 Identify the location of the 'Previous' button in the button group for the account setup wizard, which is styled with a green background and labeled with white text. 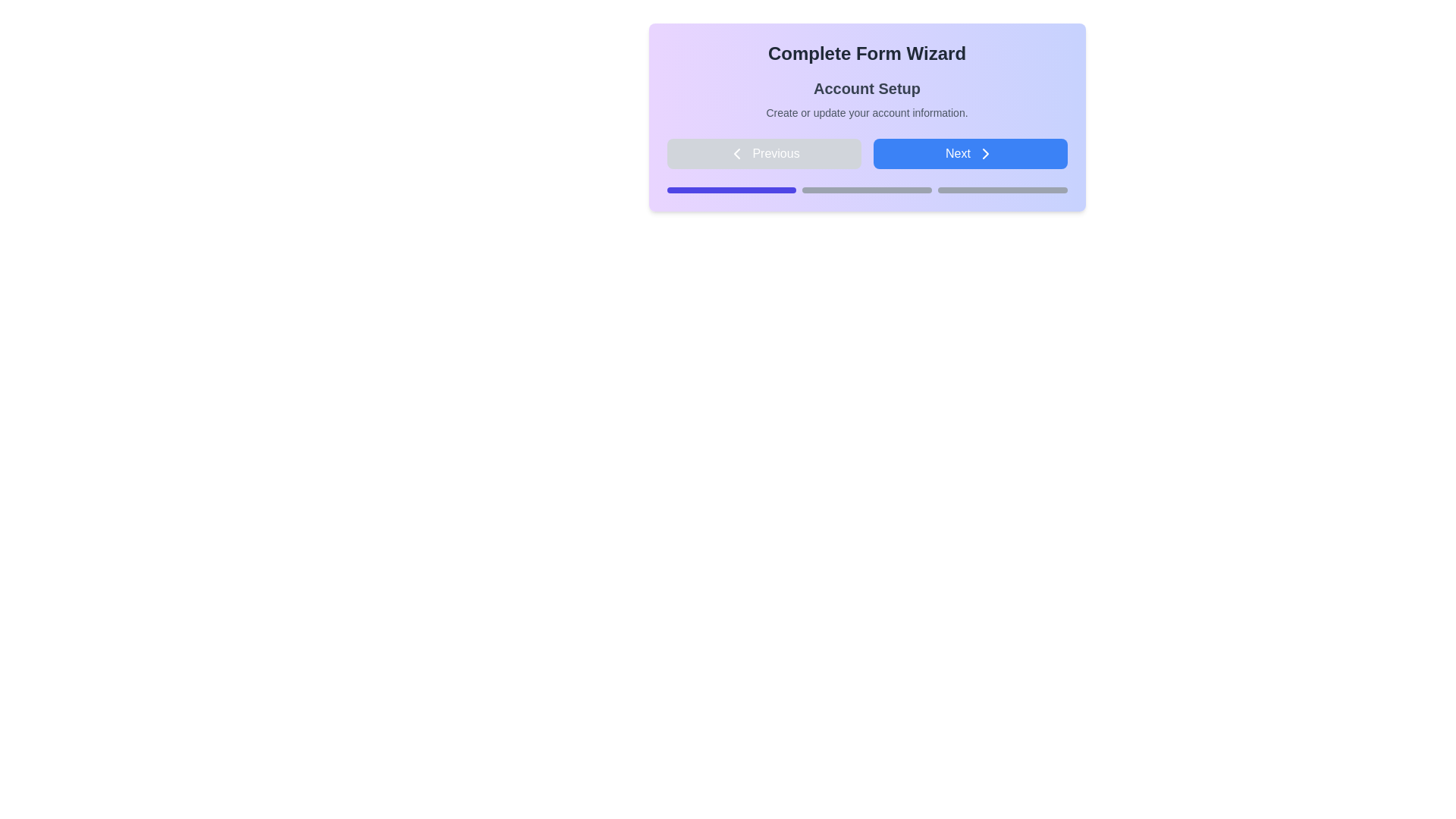
(867, 154).